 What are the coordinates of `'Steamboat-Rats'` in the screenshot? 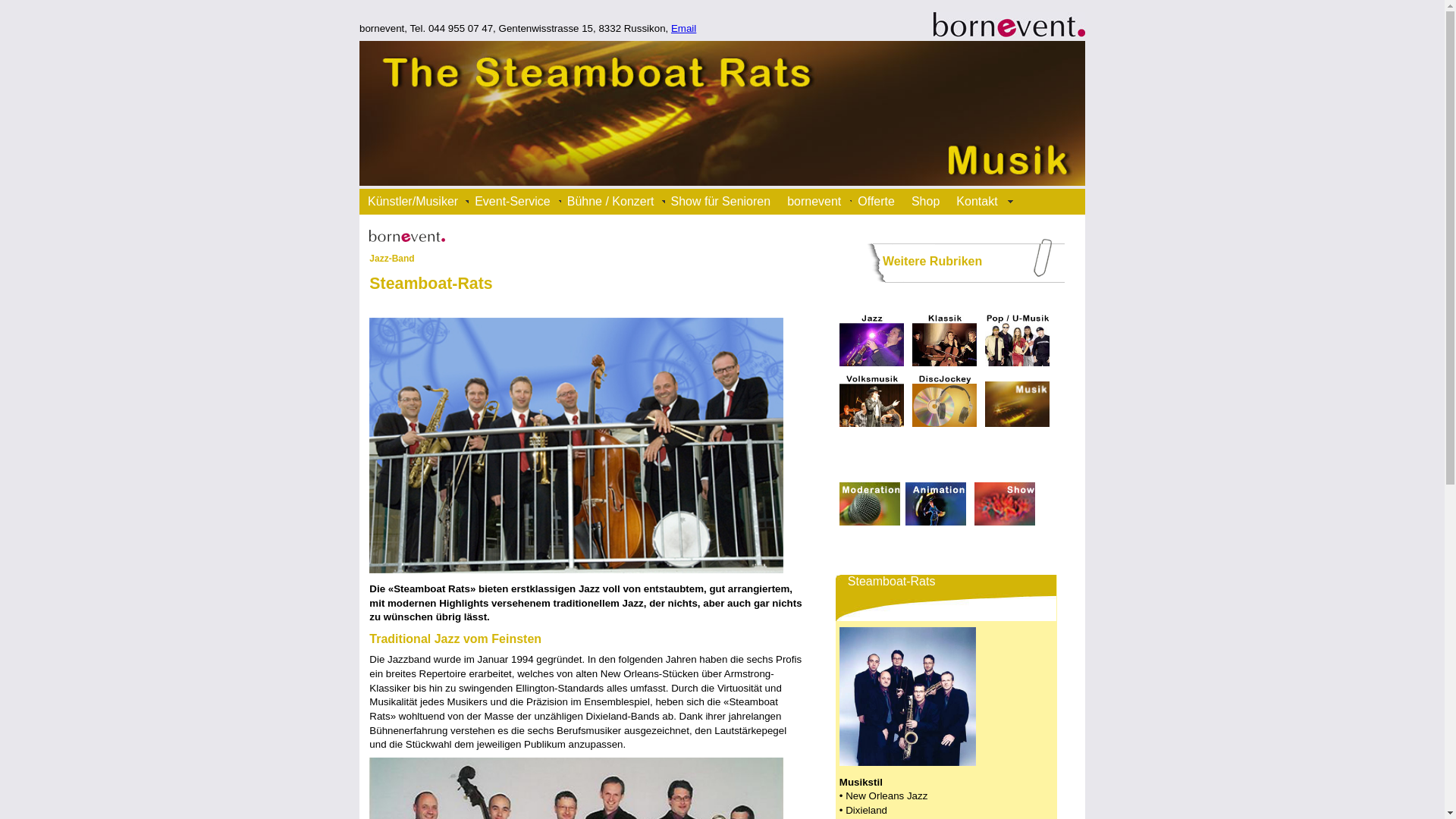 It's located at (907, 696).